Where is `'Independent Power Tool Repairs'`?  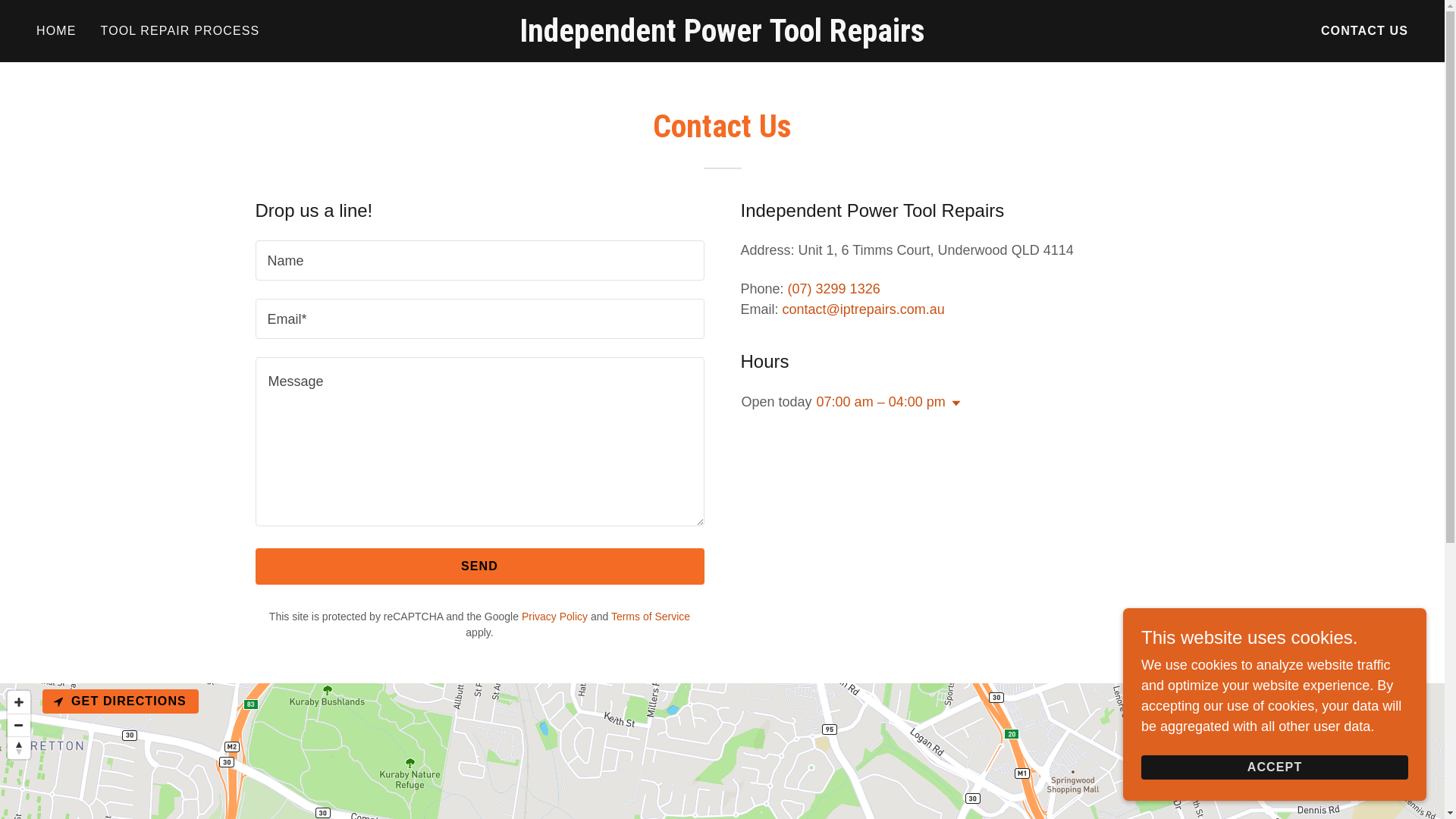
'Independent Power Tool Repairs' is located at coordinates (721, 36).